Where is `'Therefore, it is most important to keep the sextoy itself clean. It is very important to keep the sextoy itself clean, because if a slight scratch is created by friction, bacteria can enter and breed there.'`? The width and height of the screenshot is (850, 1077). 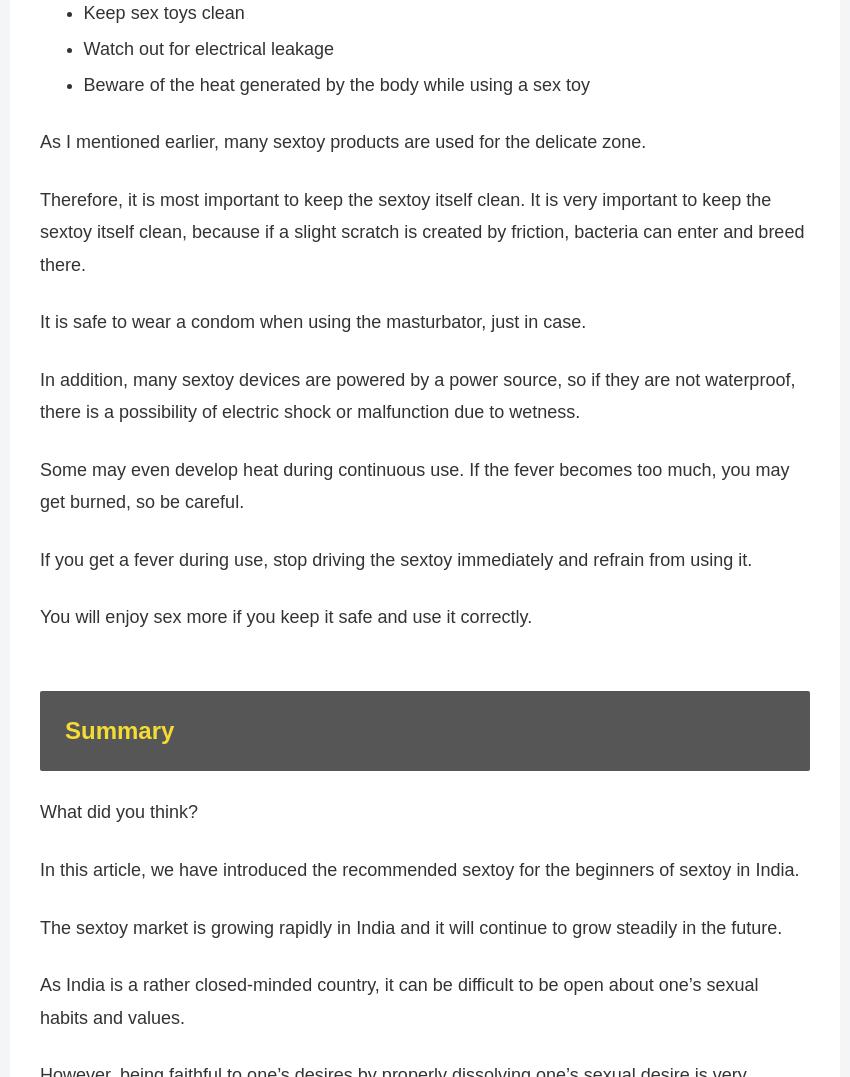 'Therefore, it is most important to keep the sextoy itself clean. It is very important to keep the sextoy itself clean, because if a slight scratch is created by friction, bacteria can enter and breed there.' is located at coordinates (39, 241).